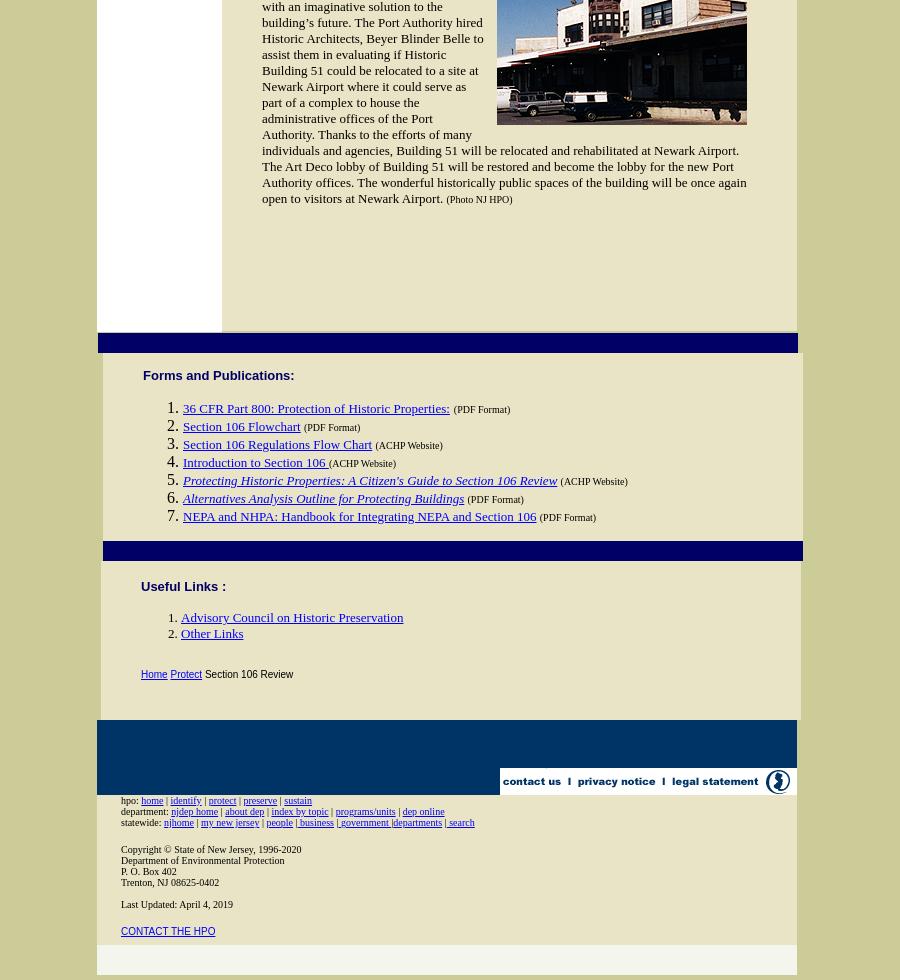  What do you see at coordinates (142, 822) in the screenshot?
I see `'statewide:'` at bounding box center [142, 822].